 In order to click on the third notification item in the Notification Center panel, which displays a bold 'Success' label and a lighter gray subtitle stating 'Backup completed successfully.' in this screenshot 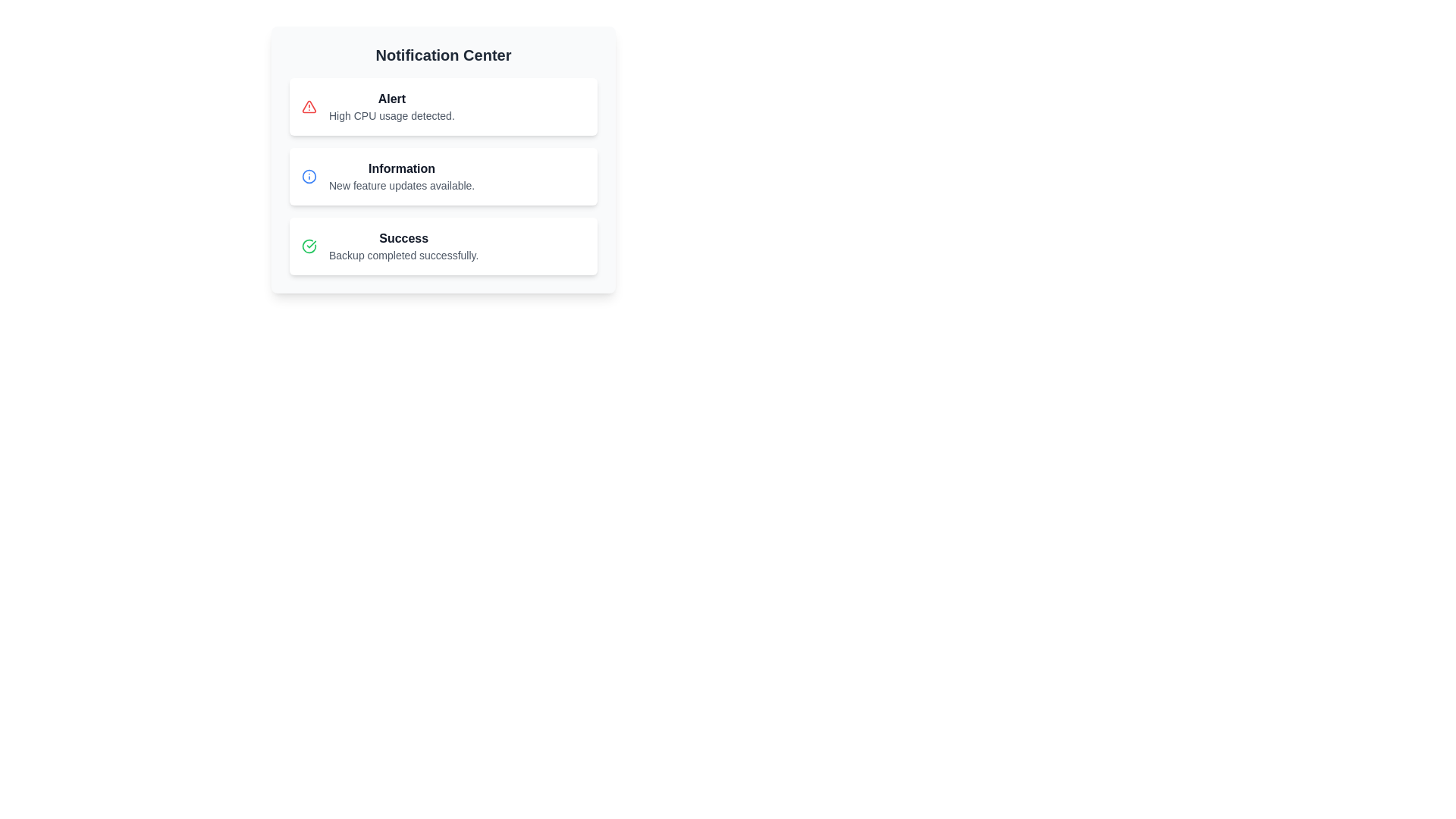, I will do `click(403, 245)`.